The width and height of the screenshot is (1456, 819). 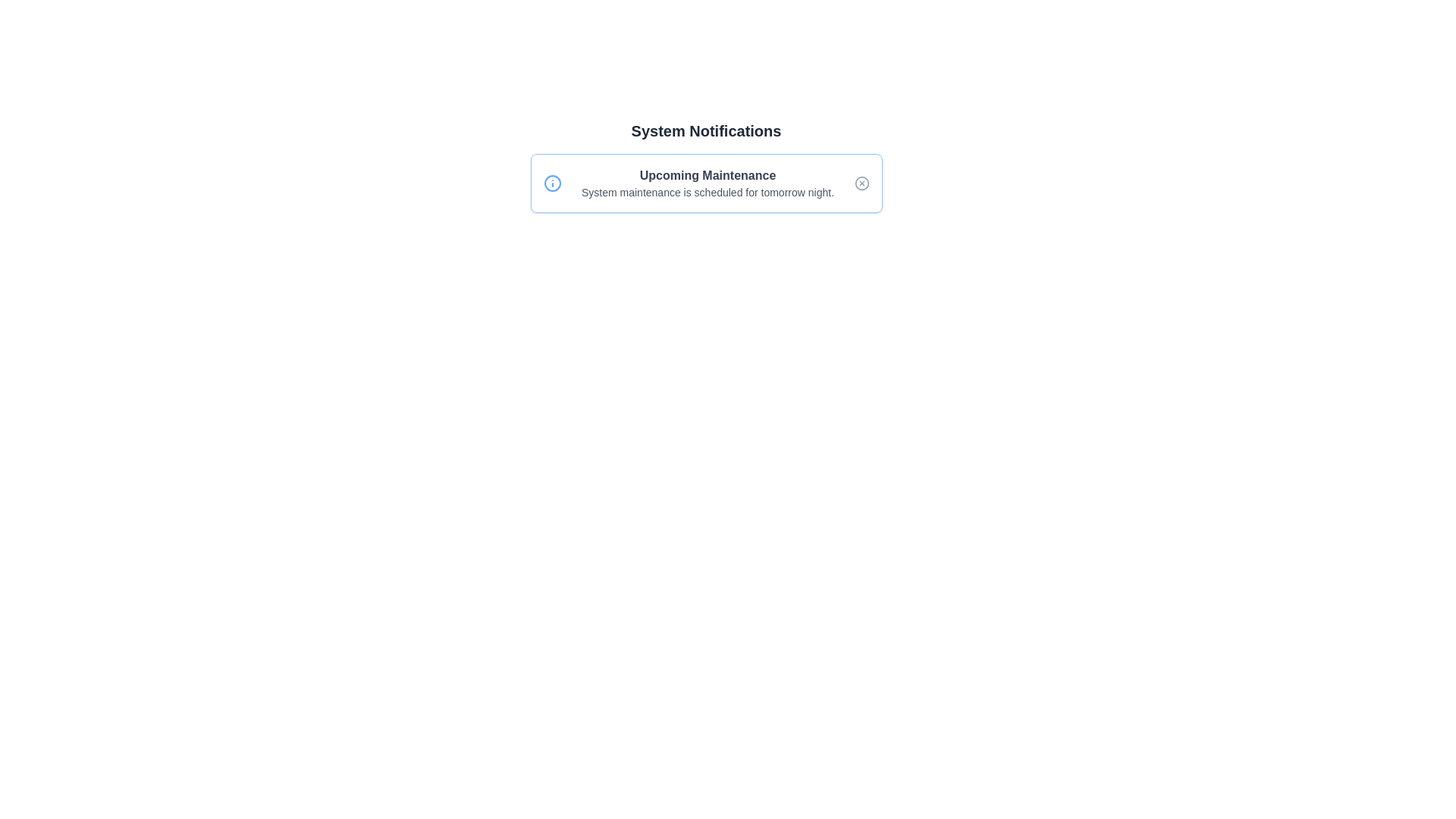 I want to click on the notification text area to focus and read the details, so click(x=705, y=183).